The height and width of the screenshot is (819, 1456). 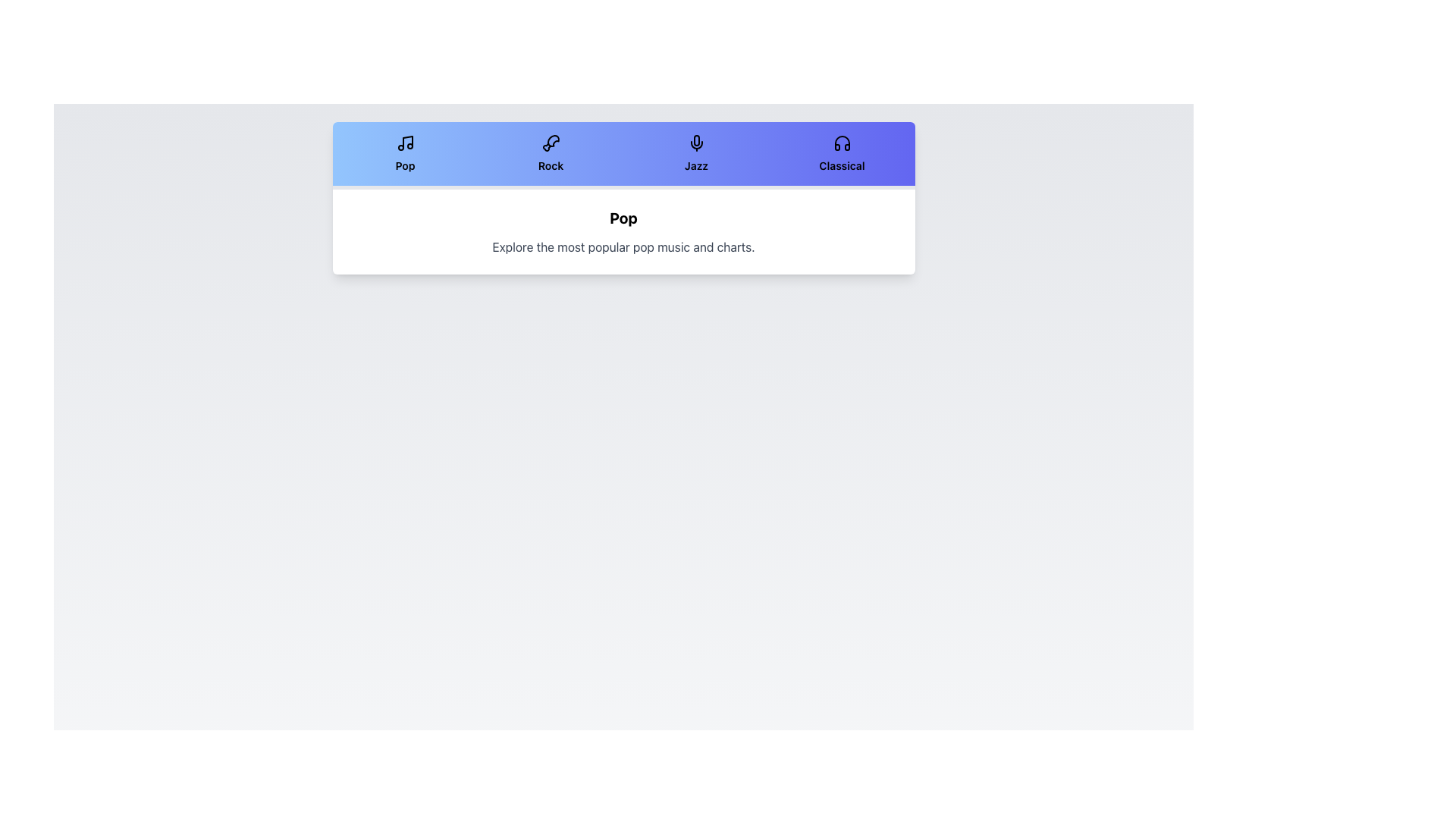 What do you see at coordinates (550, 154) in the screenshot?
I see `the 'Rock' Navigation Tab which features a drumstick icon and bold 'Rock' label, positioned centrally in the navigation row between 'Pop' and 'Jazz'` at bounding box center [550, 154].